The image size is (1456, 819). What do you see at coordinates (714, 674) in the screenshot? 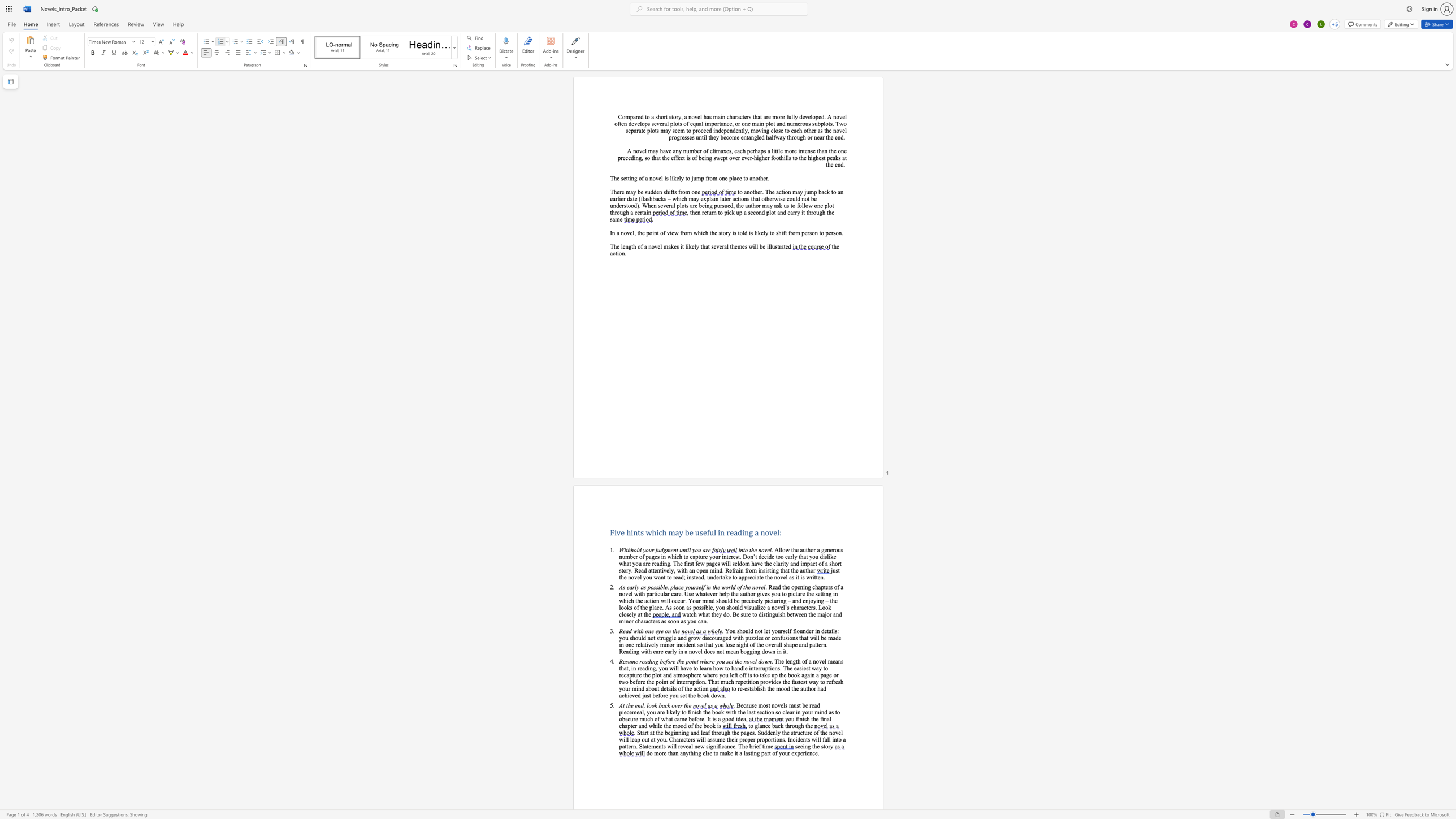
I see `the 8th character "r" in the text` at bounding box center [714, 674].